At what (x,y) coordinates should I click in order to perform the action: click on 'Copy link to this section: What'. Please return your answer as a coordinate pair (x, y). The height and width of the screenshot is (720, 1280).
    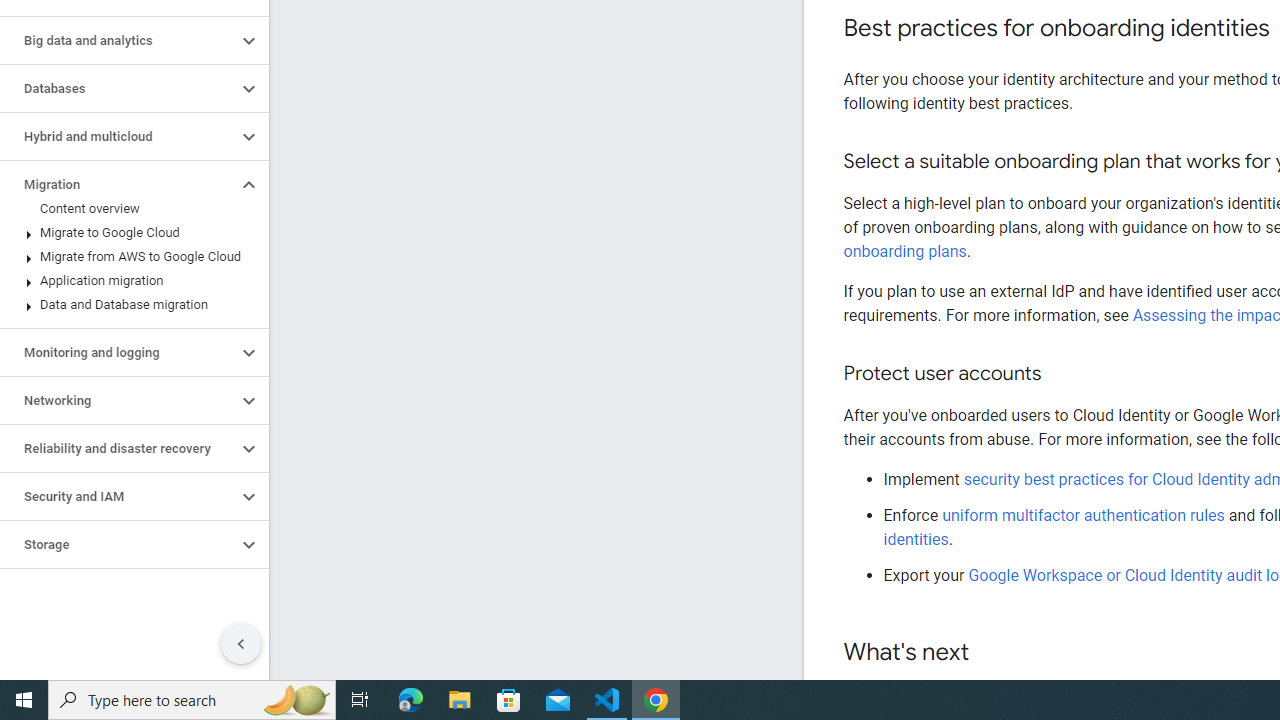
    Looking at the image, I should click on (989, 653).